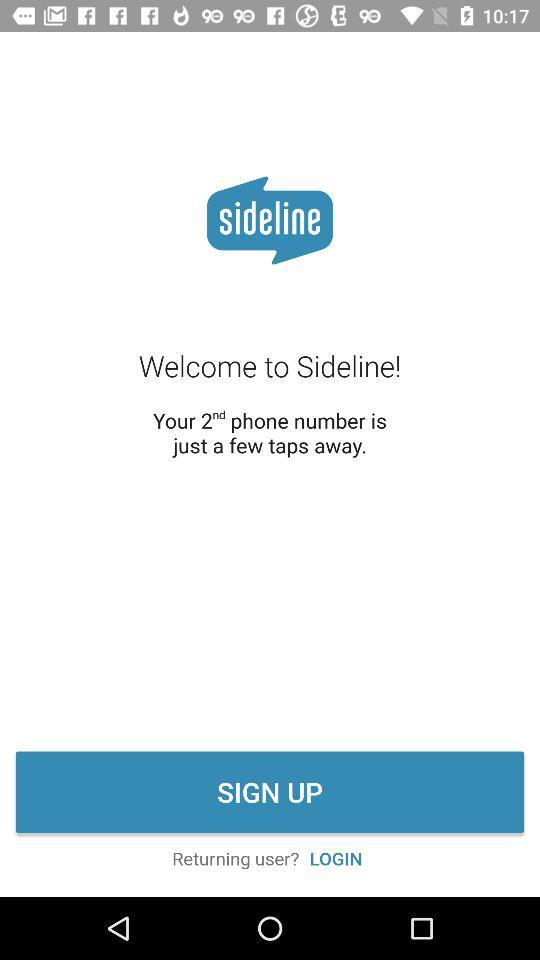 The width and height of the screenshot is (540, 960). I want to click on icon below the sign up icon, so click(336, 857).